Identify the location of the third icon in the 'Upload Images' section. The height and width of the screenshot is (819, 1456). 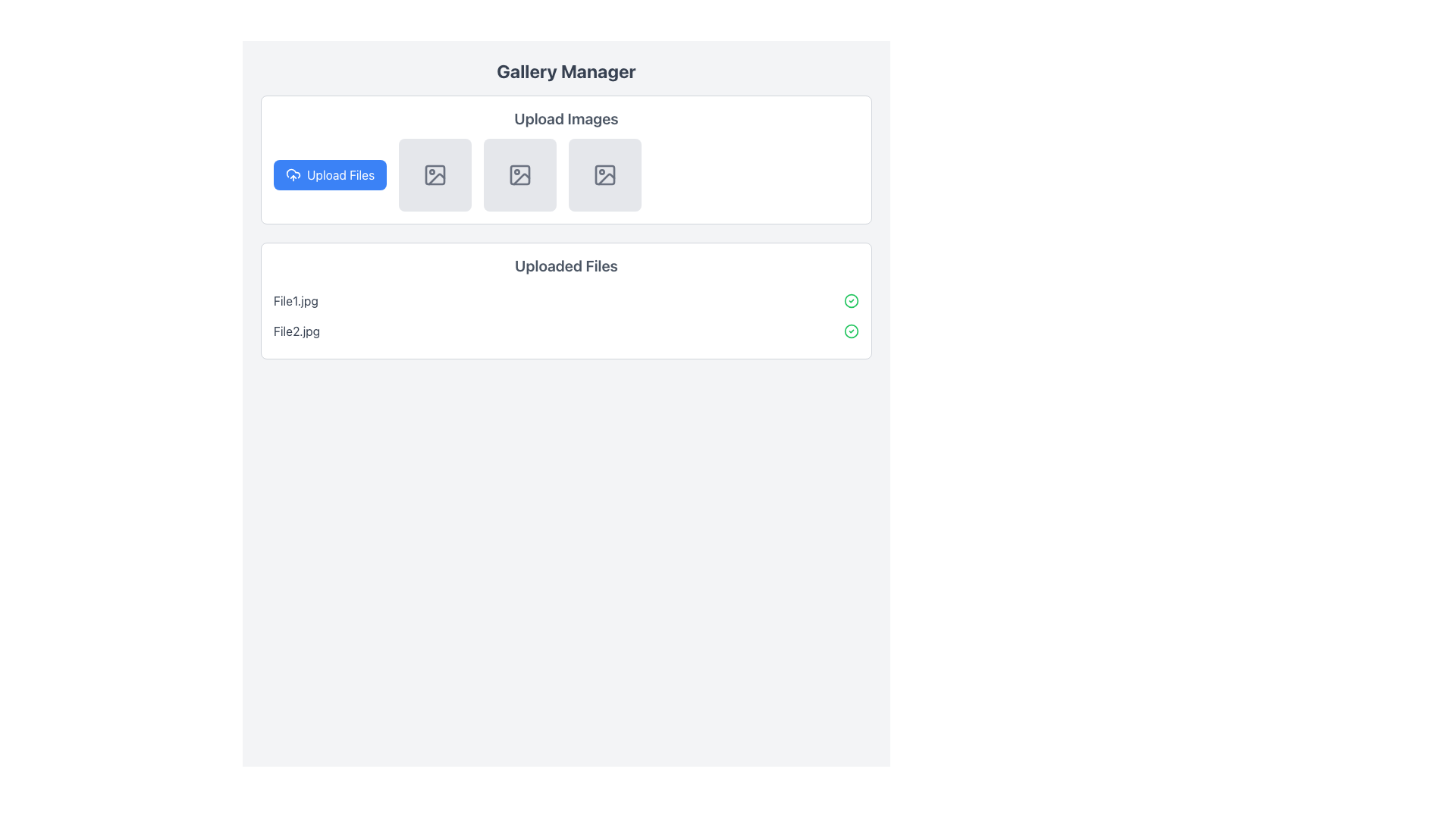
(522, 178).